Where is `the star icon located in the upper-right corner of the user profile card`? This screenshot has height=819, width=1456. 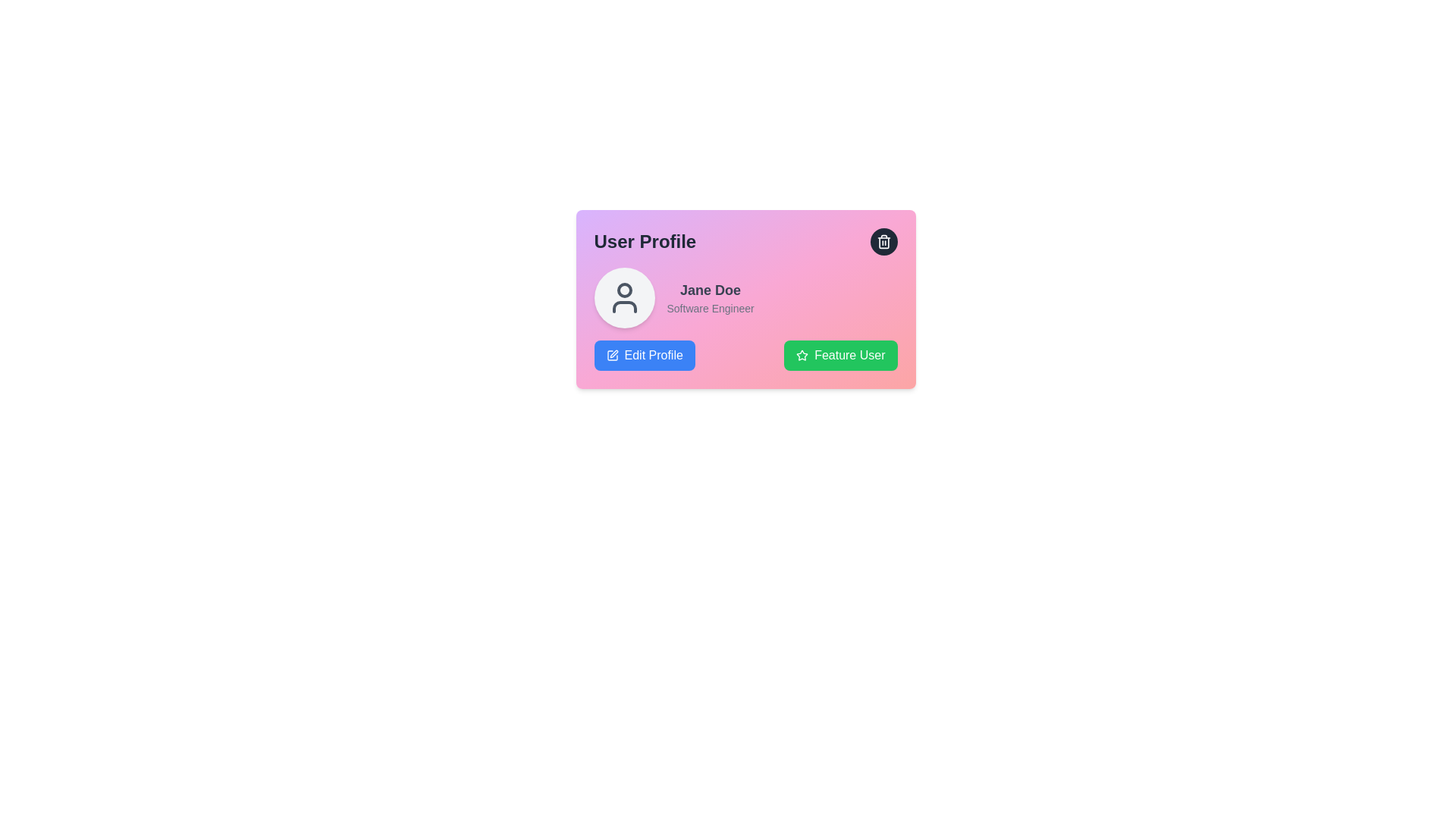 the star icon located in the upper-right corner of the user profile card is located at coordinates (801, 354).